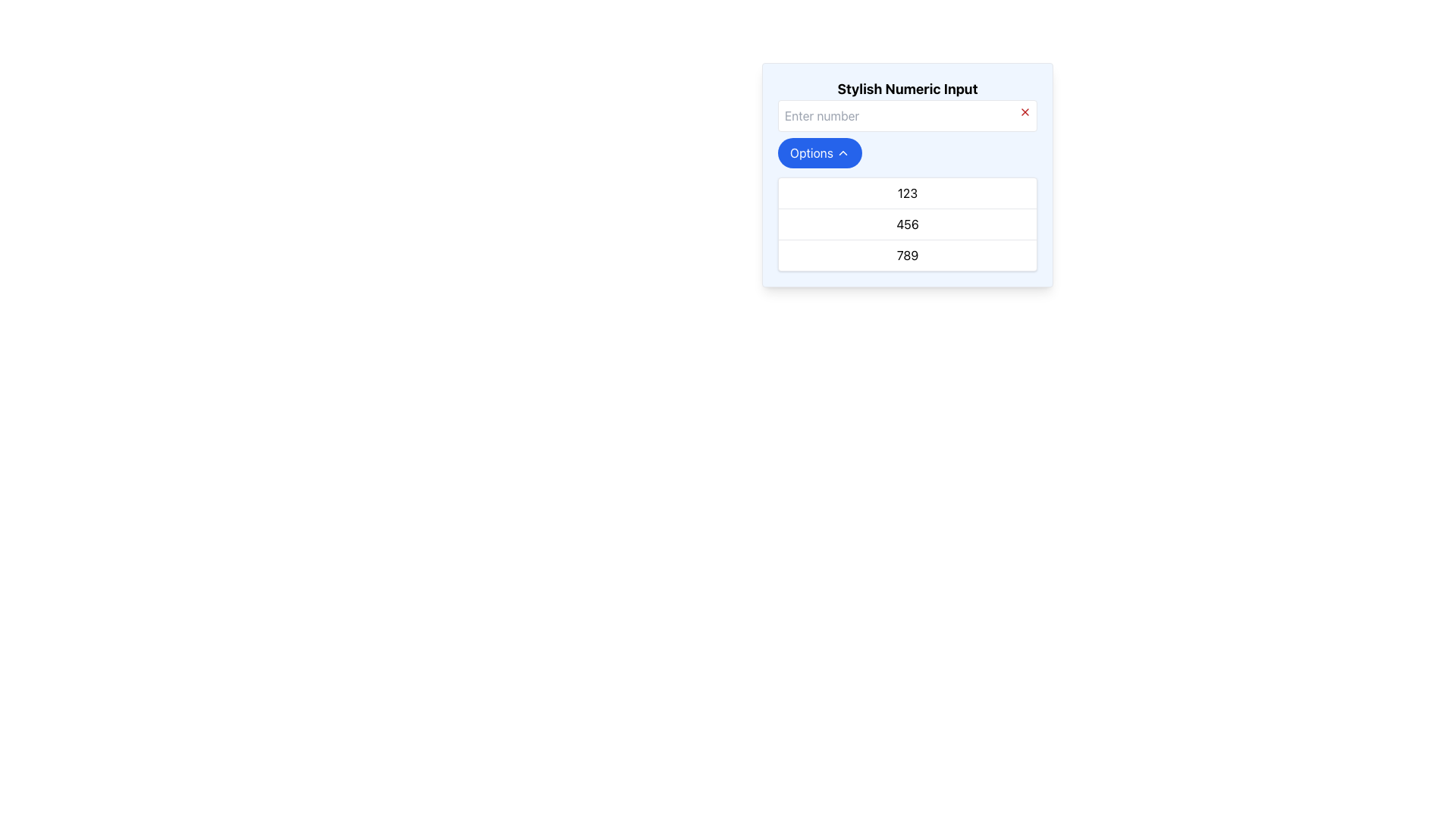 Image resolution: width=1456 pixels, height=819 pixels. Describe the element at coordinates (907, 118) in the screenshot. I see `the clear button, represented by a small red 'X' icon, located at the top-right of the horizontal text input box in the 'Stylish Numeric Input' interface` at that location.